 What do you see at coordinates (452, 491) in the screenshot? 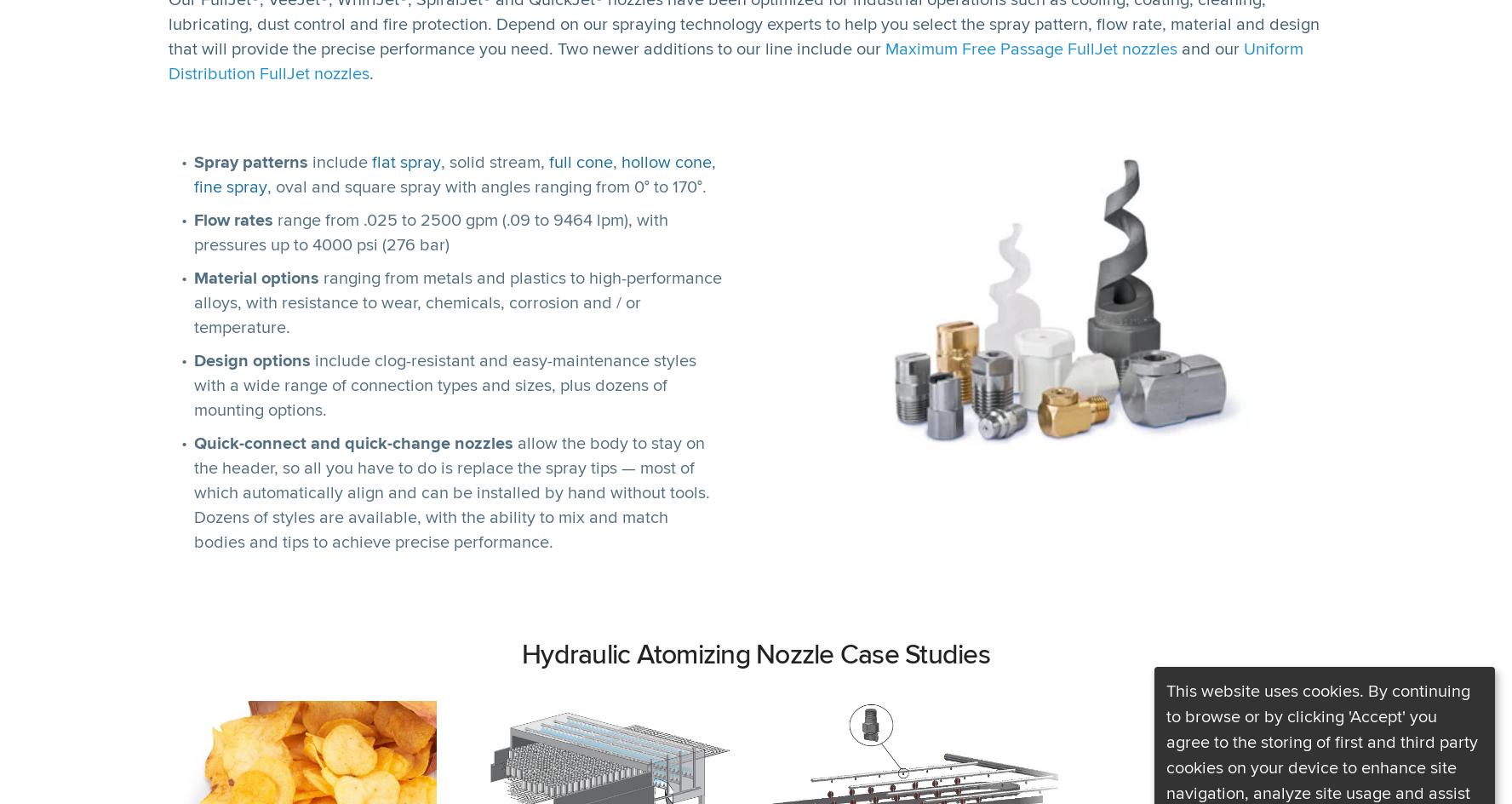
I see `'allow the body to stay on the header, so all you have to do is replace the spray tips — most of which automatically align and can be installed by hand without tools. Dozens of styles are available, with the ability to mix and match bodies and tips to achieve precise performance.'` at bounding box center [452, 491].